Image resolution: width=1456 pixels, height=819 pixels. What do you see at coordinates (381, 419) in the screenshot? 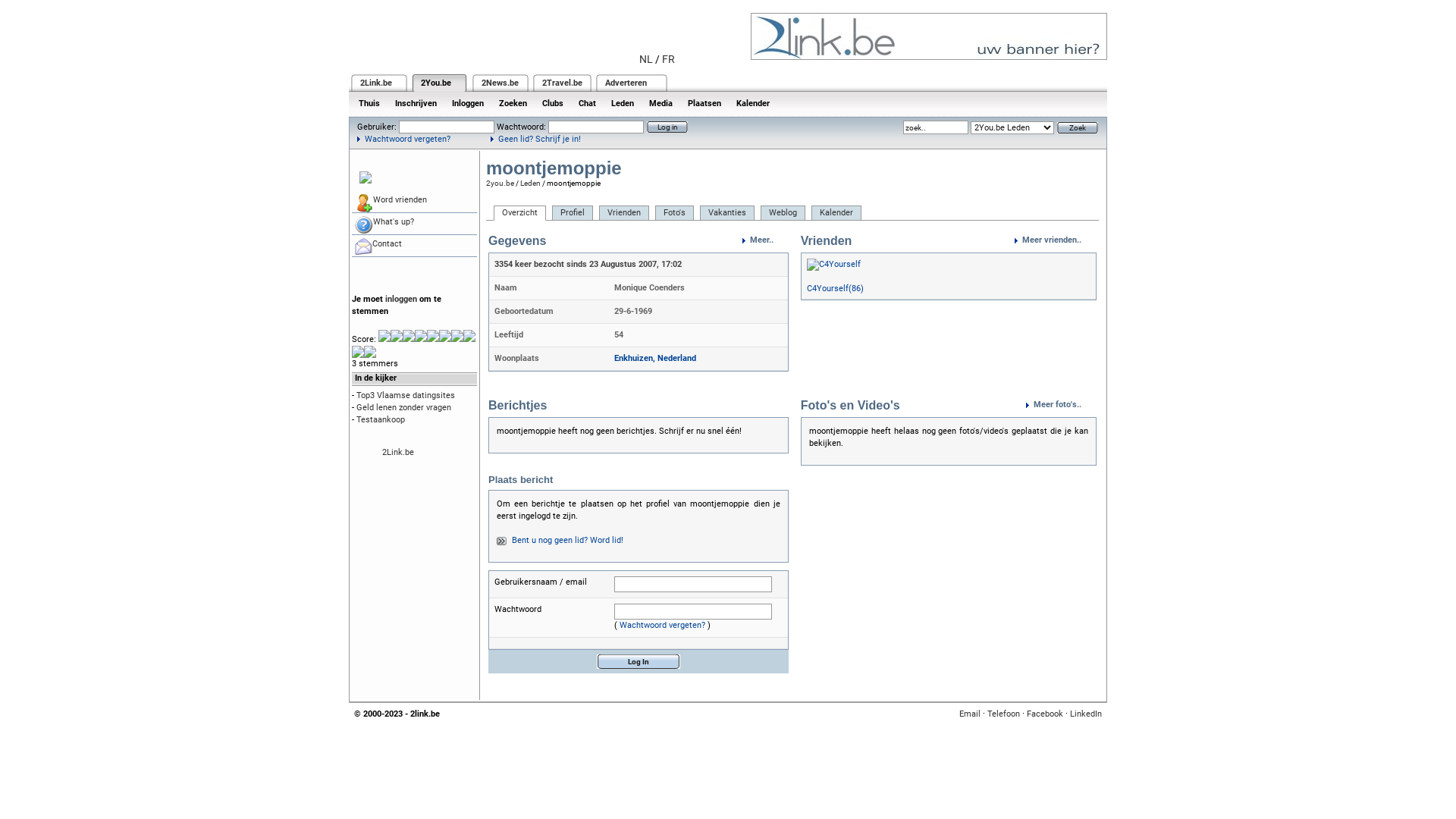
I see `'Testaankoop'` at bounding box center [381, 419].